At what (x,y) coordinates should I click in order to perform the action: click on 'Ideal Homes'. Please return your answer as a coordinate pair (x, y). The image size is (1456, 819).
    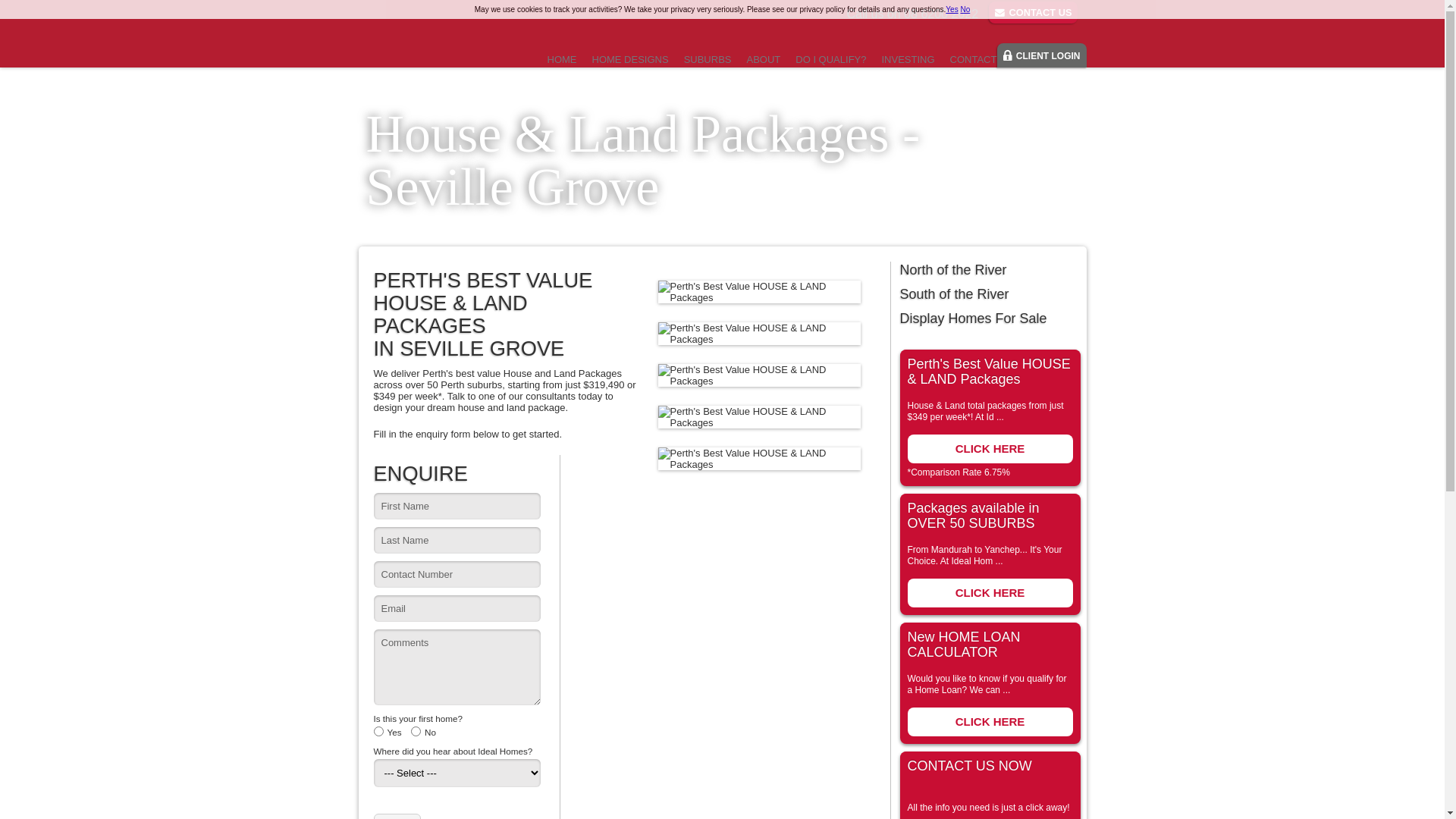
    Looking at the image, I should click on (428, 38).